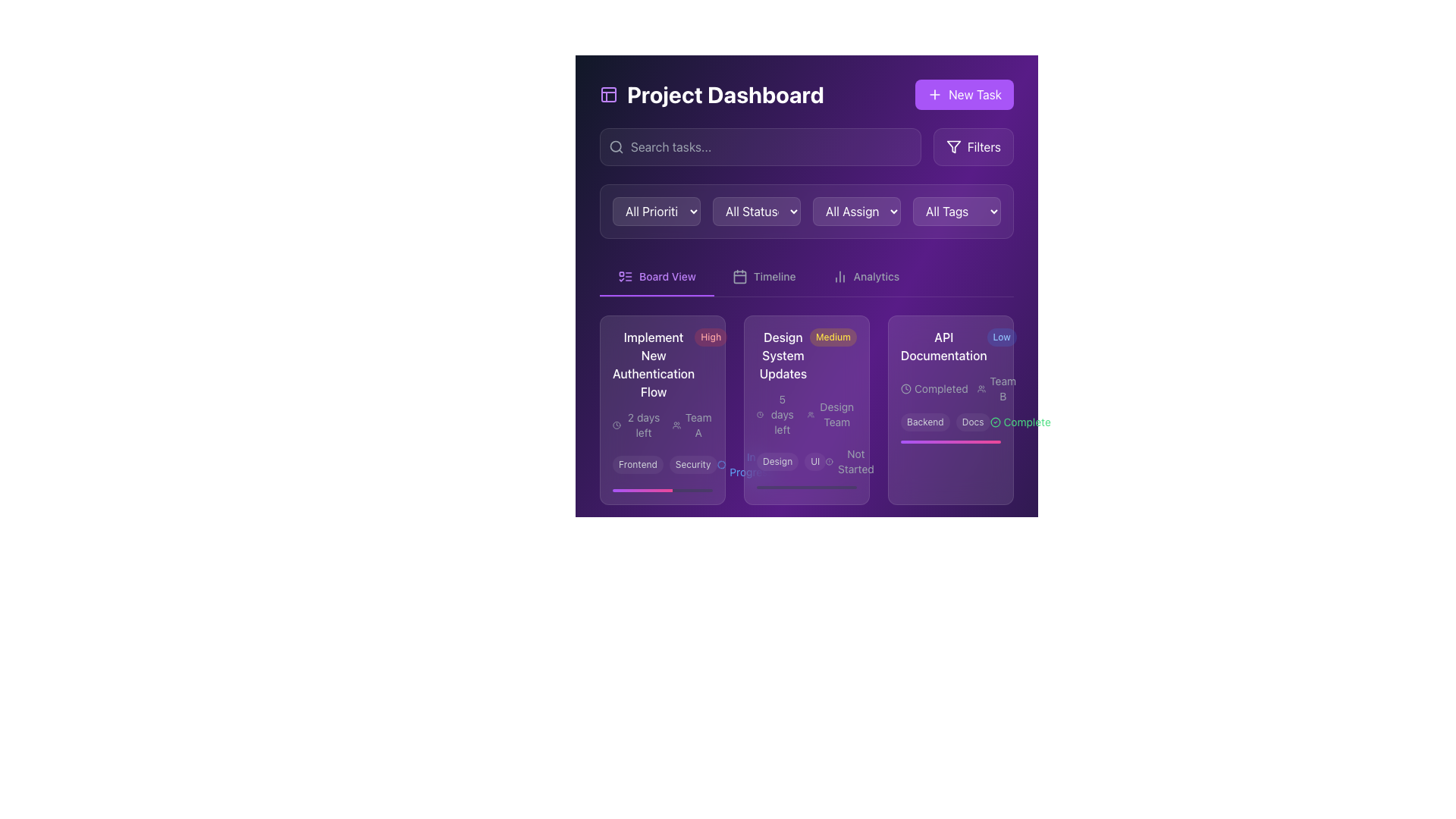 Image resolution: width=1456 pixels, height=819 pixels. Describe the element at coordinates (662, 425) in the screenshot. I see `the information display component that shows the deadline (2 days left) and the assigned team (Team A) within the card titled 'Implement New Authentication Flow'` at that location.